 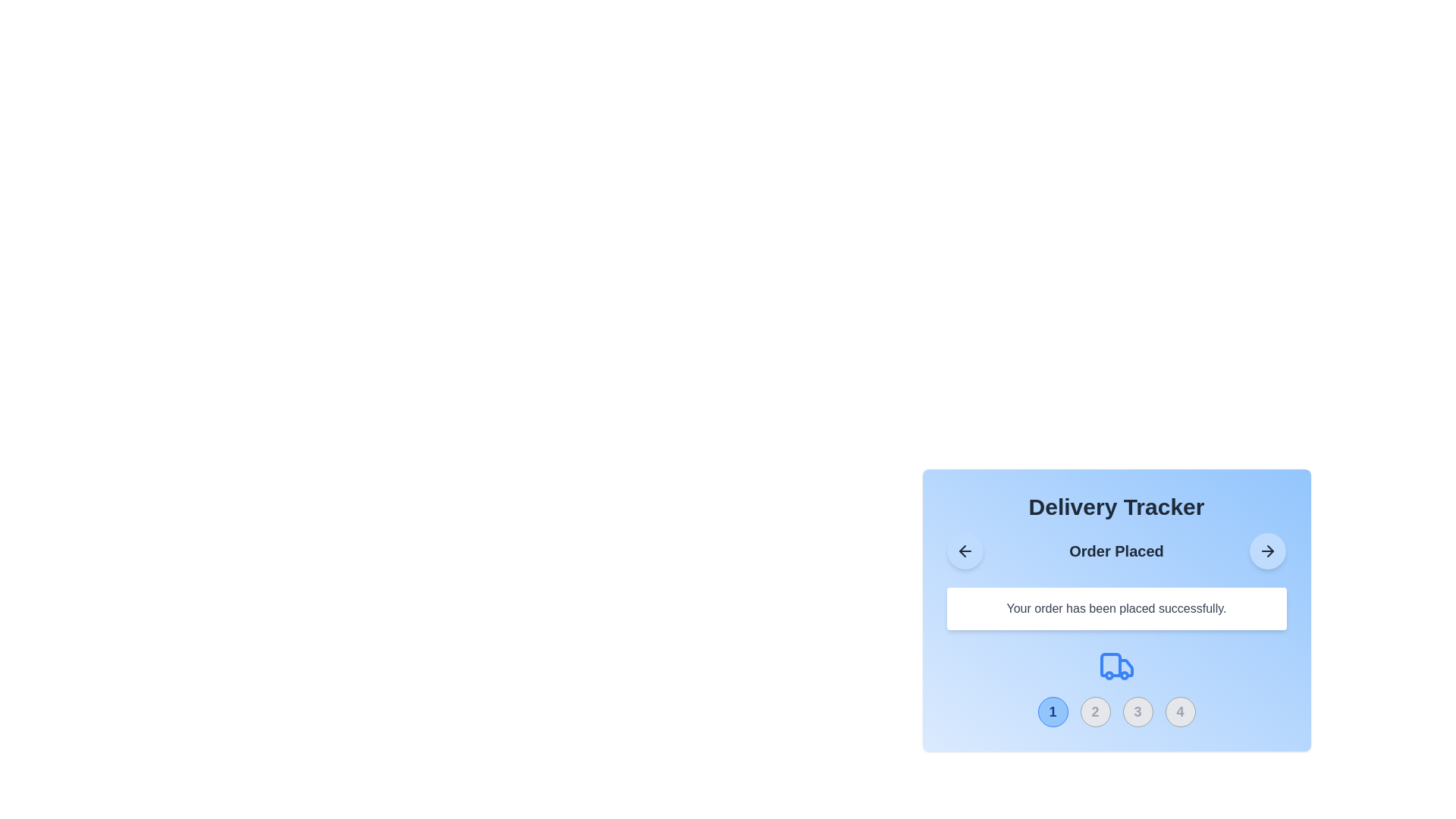 What do you see at coordinates (1179, 711) in the screenshot?
I see `the fourth step indicator button in the 'Delivery Tracker' dialog box to trigger a tooltip` at bounding box center [1179, 711].